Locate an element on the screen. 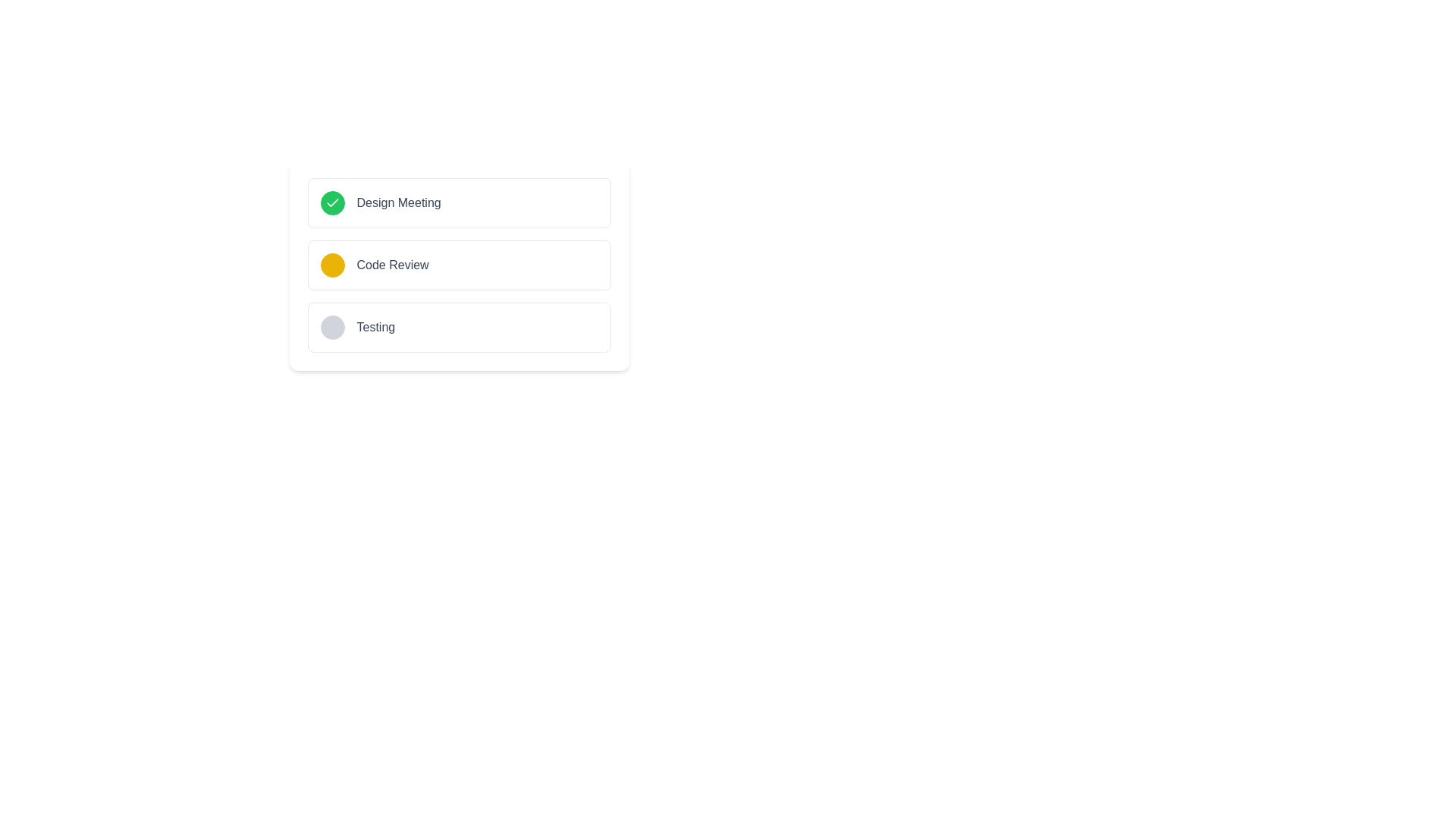 The image size is (1456, 819). the green circular icon containing the checkmark to the left of the 'Design Meeting' text is located at coordinates (331, 202).